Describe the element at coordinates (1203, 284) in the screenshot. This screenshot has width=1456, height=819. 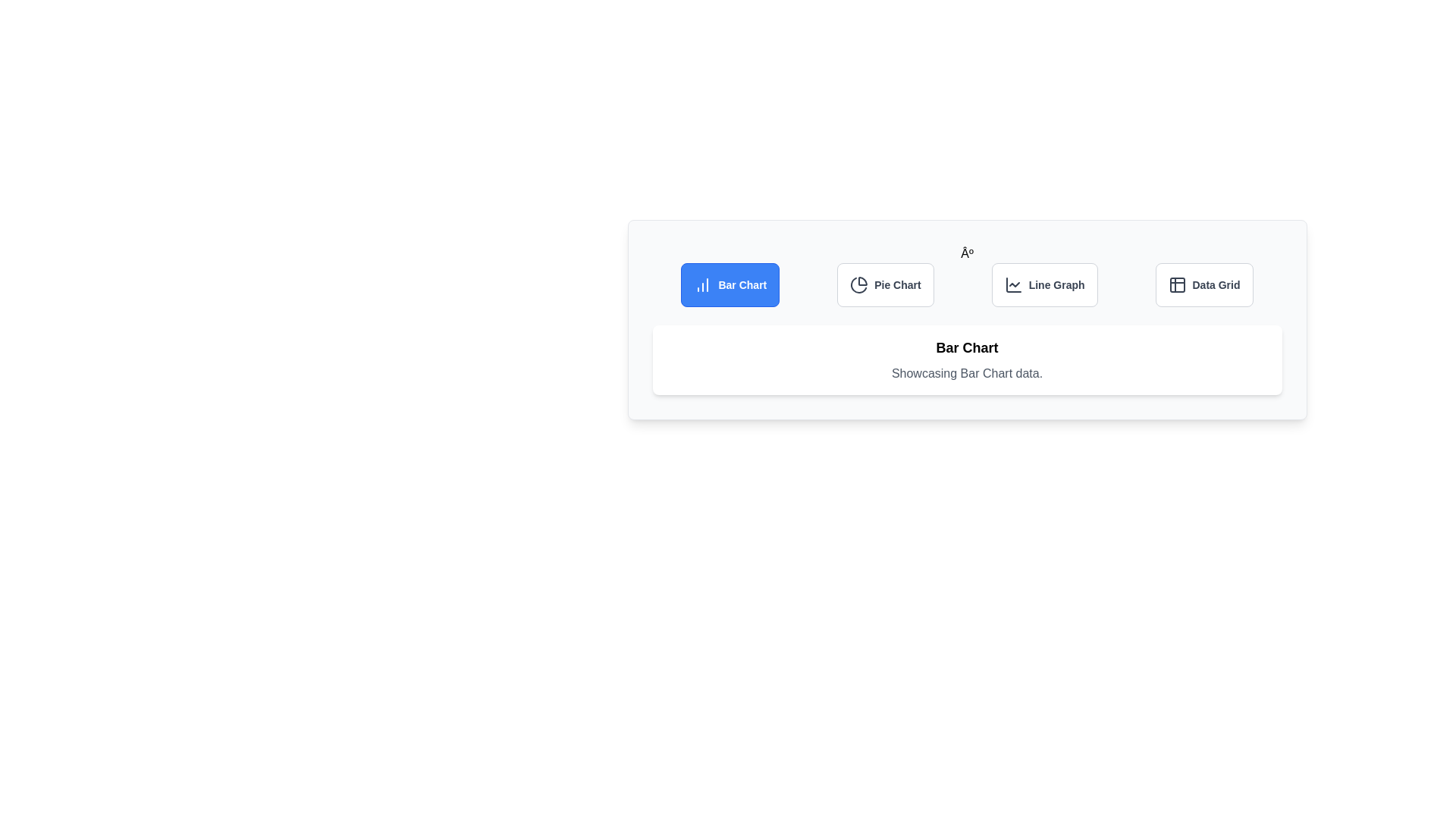
I see `the button labeled Data Grid to observe its visual feedback` at that location.